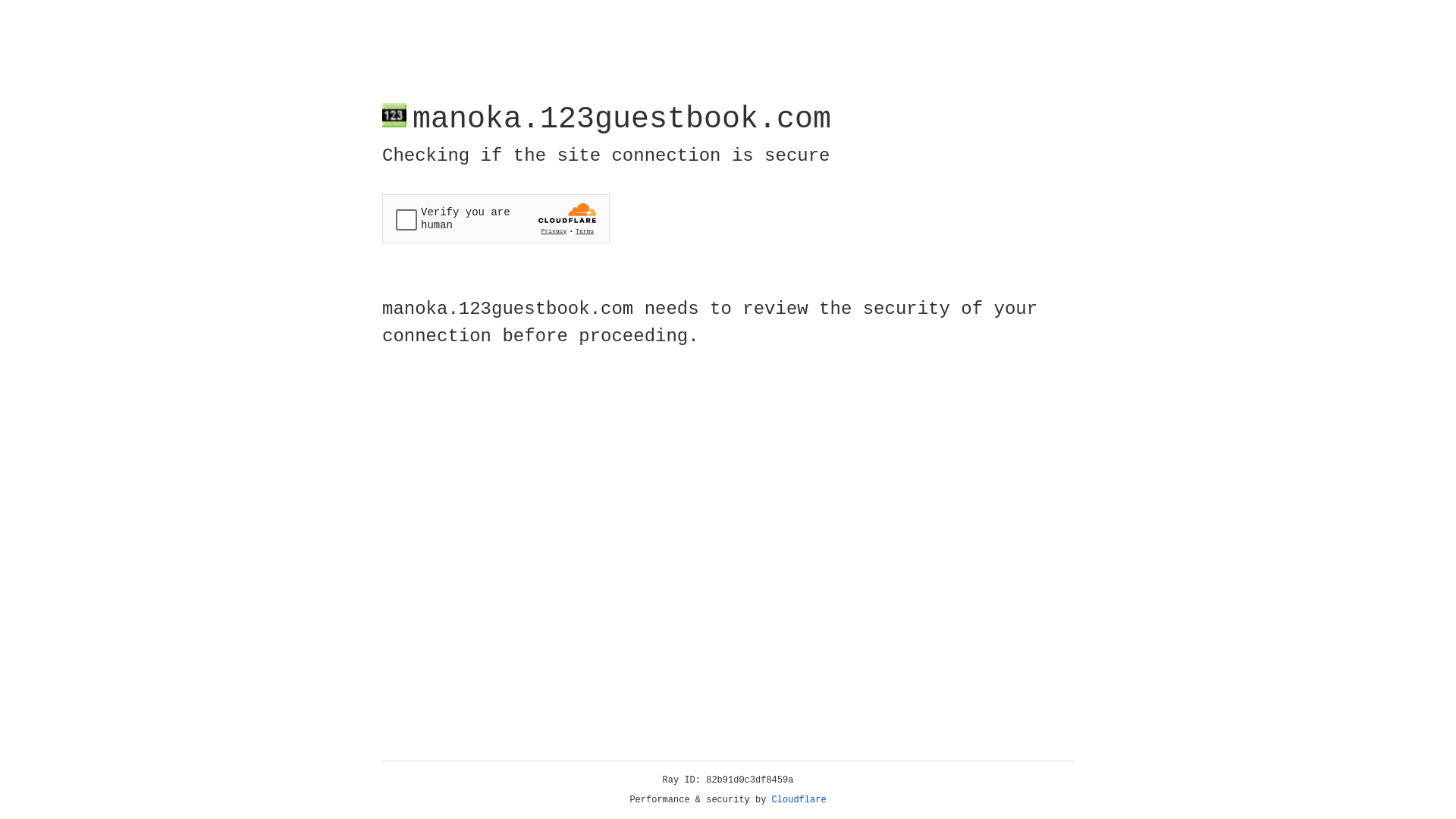  What do you see at coordinates (799, 799) in the screenshot?
I see `'Cloudflare'` at bounding box center [799, 799].